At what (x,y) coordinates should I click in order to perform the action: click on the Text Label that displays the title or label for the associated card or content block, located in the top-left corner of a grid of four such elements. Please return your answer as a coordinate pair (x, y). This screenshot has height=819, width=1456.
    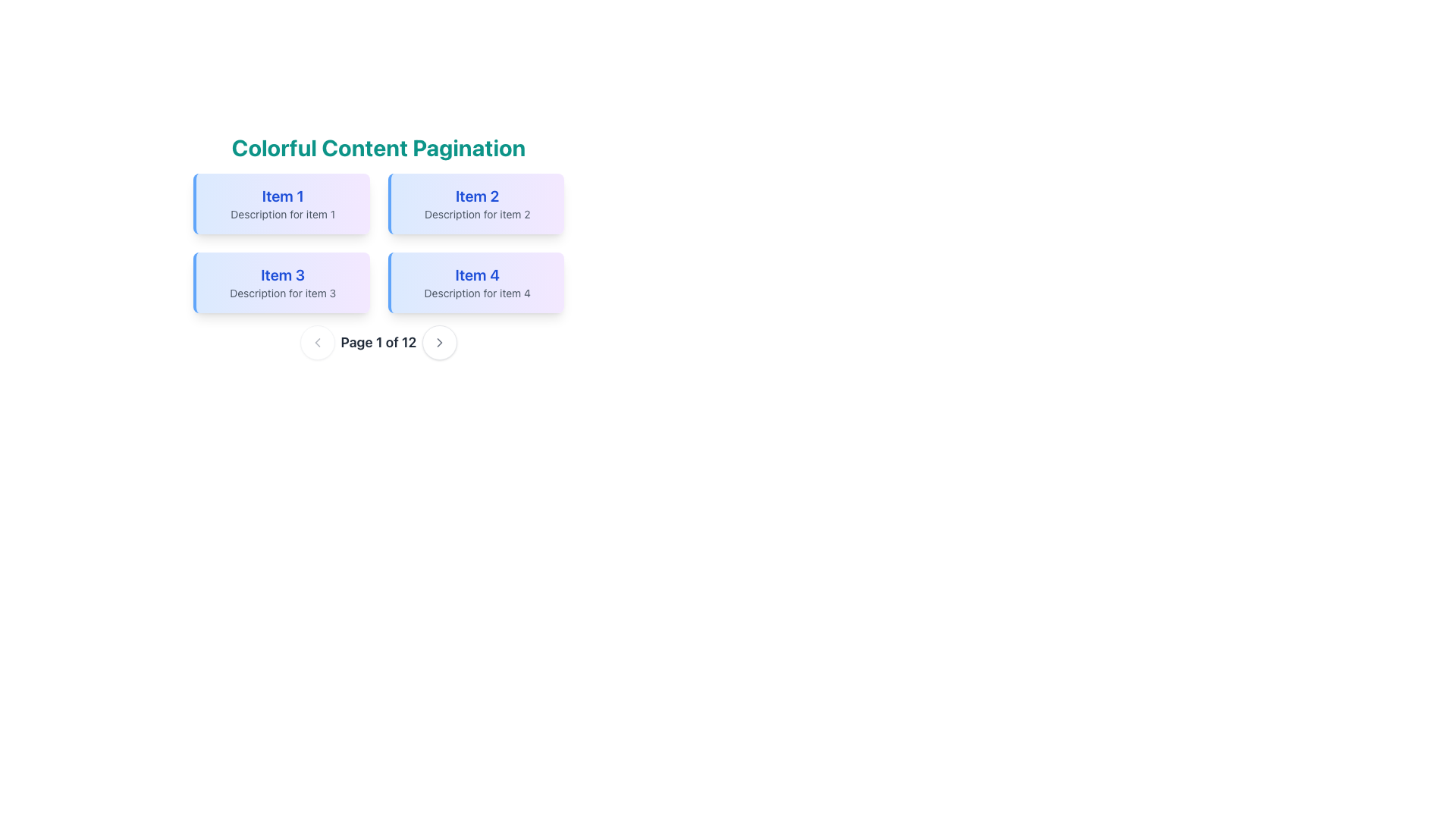
    Looking at the image, I should click on (283, 195).